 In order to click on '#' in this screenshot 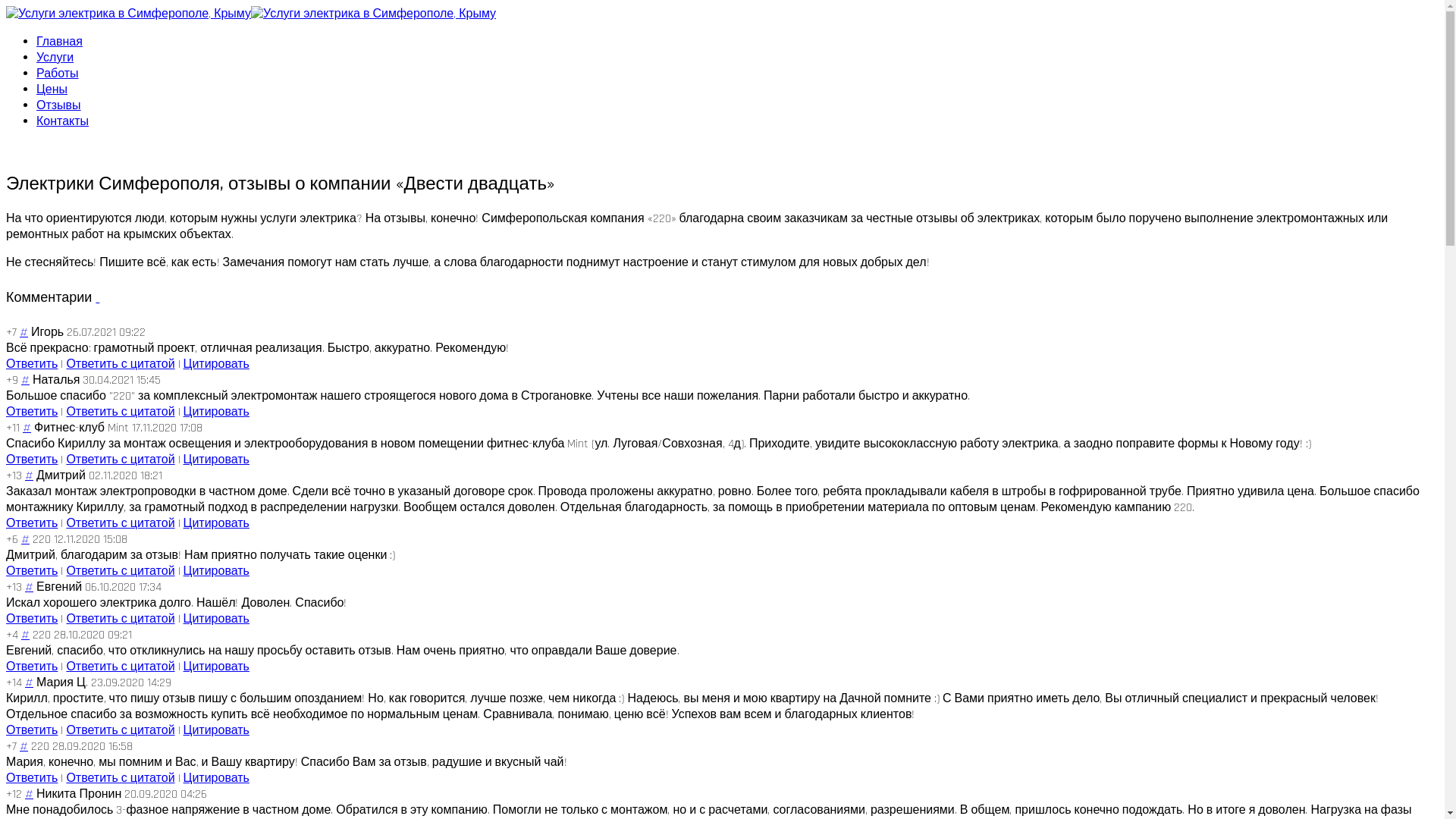, I will do `click(29, 586)`.